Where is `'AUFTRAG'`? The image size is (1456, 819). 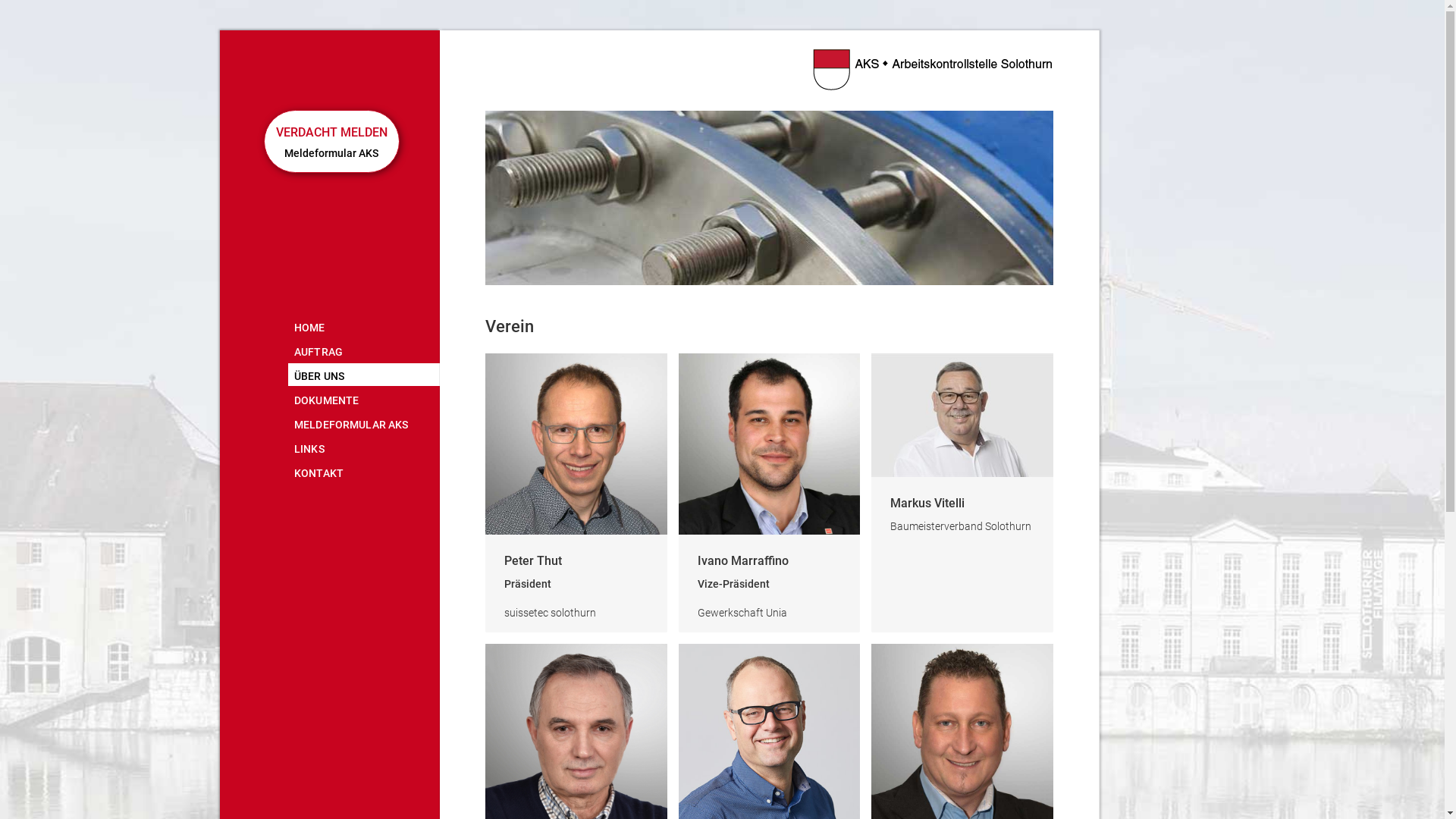 'AUFTRAG' is located at coordinates (364, 350).